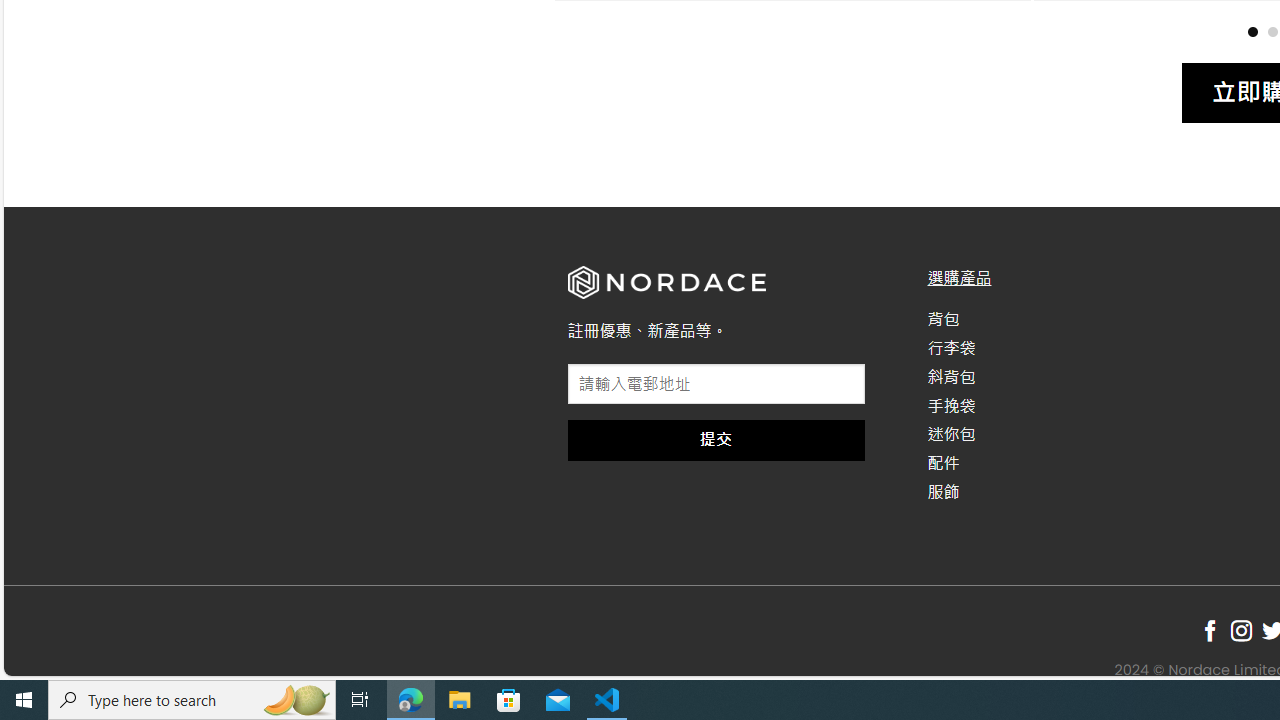 Image resolution: width=1280 pixels, height=720 pixels. I want to click on 'Page dot 1', so click(1251, 31).